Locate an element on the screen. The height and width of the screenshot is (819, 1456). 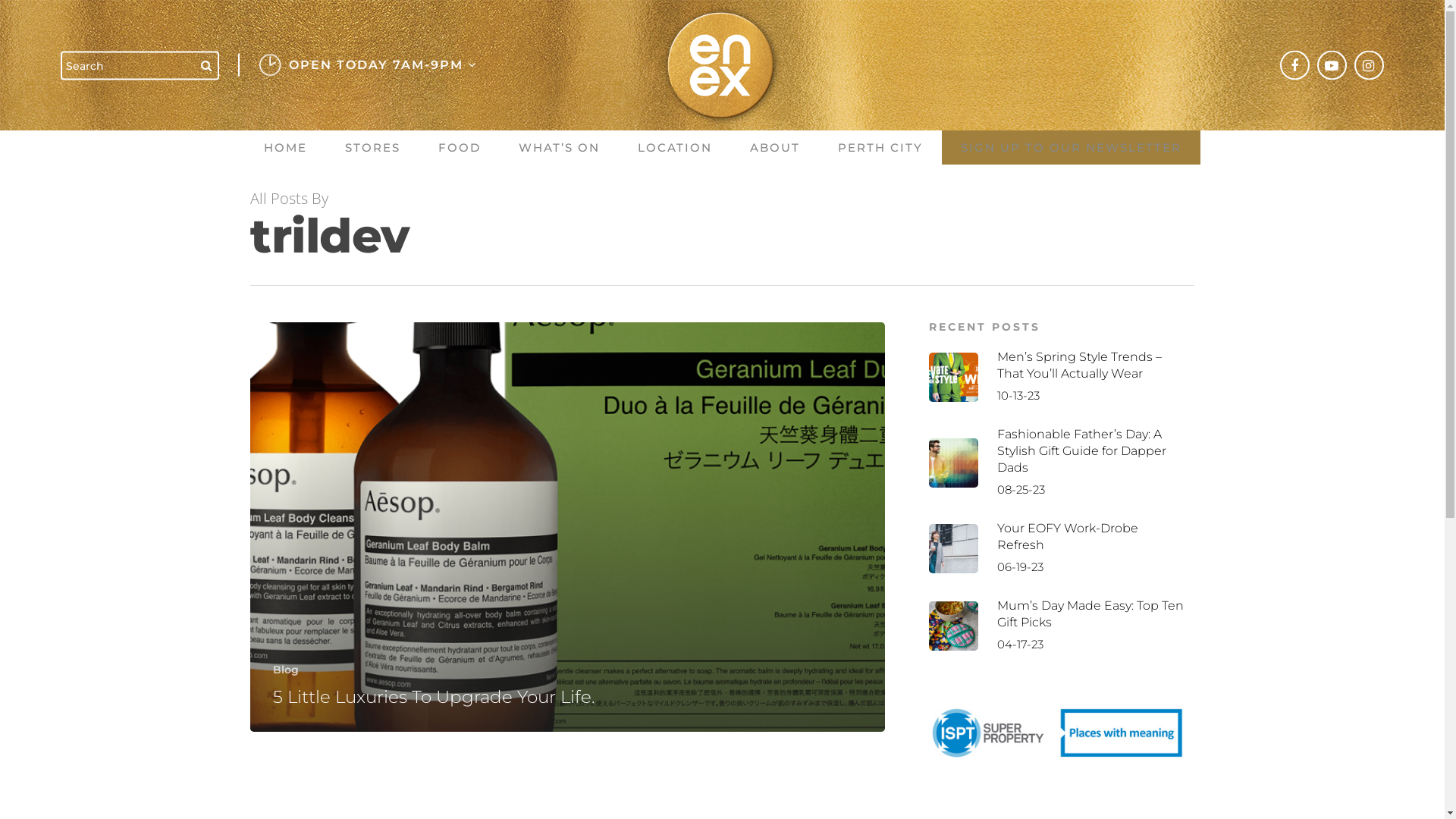
'HOME' is located at coordinates (284, 147).